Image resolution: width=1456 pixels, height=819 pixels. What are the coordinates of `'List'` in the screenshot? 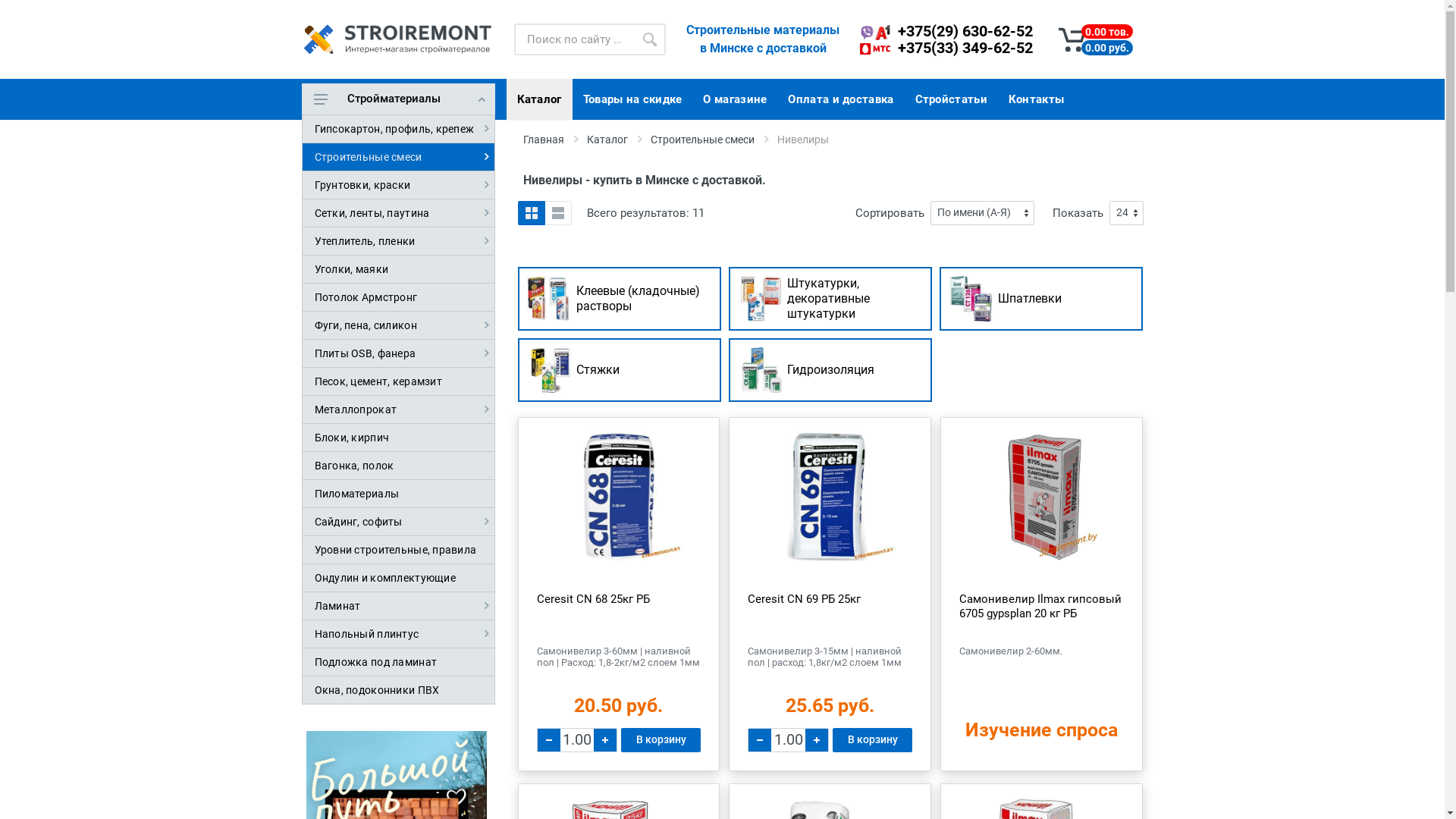 It's located at (557, 213).